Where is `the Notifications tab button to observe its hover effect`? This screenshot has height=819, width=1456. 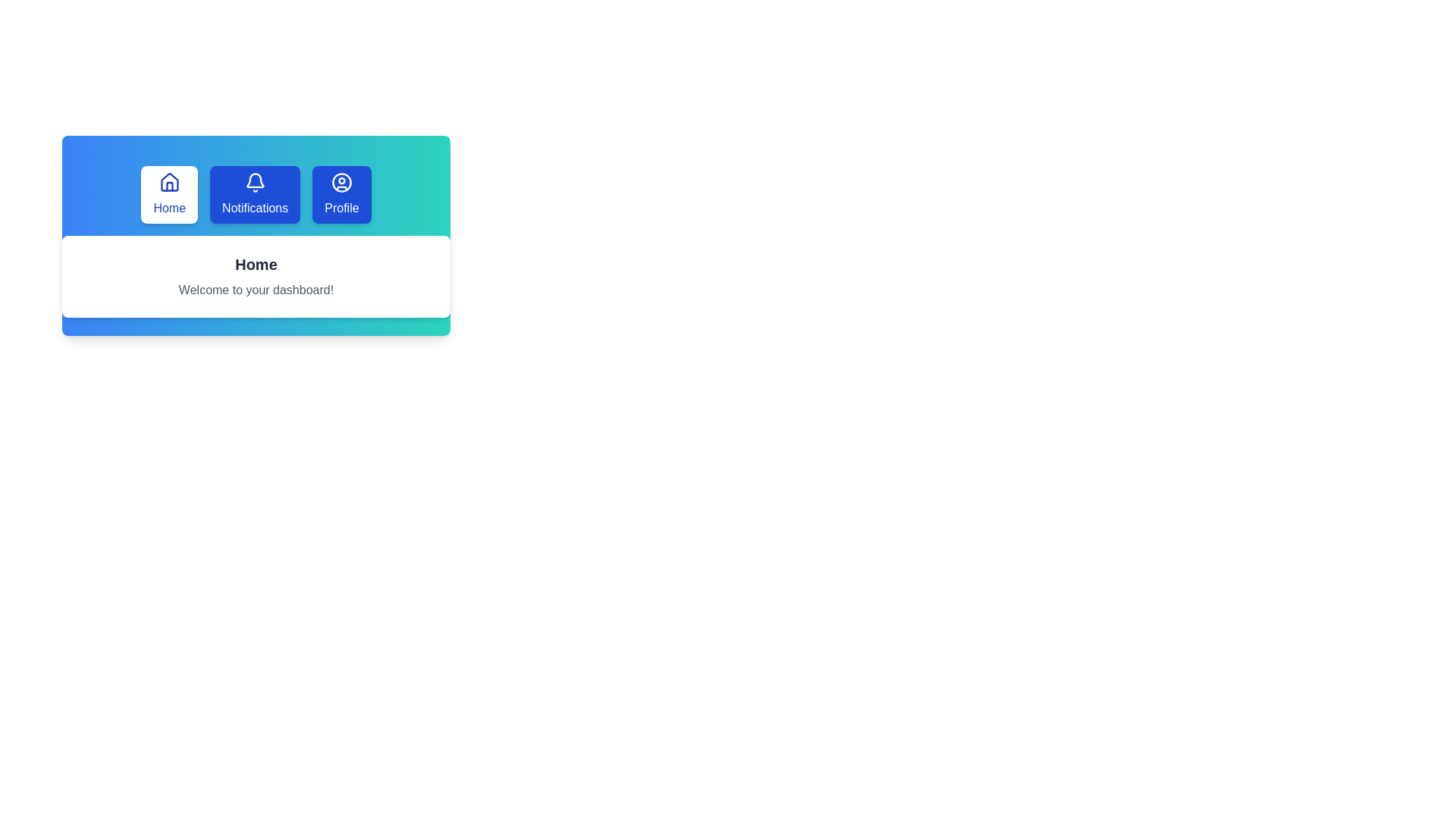
the Notifications tab button to observe its hover effect is located at coordinates (255, 194).